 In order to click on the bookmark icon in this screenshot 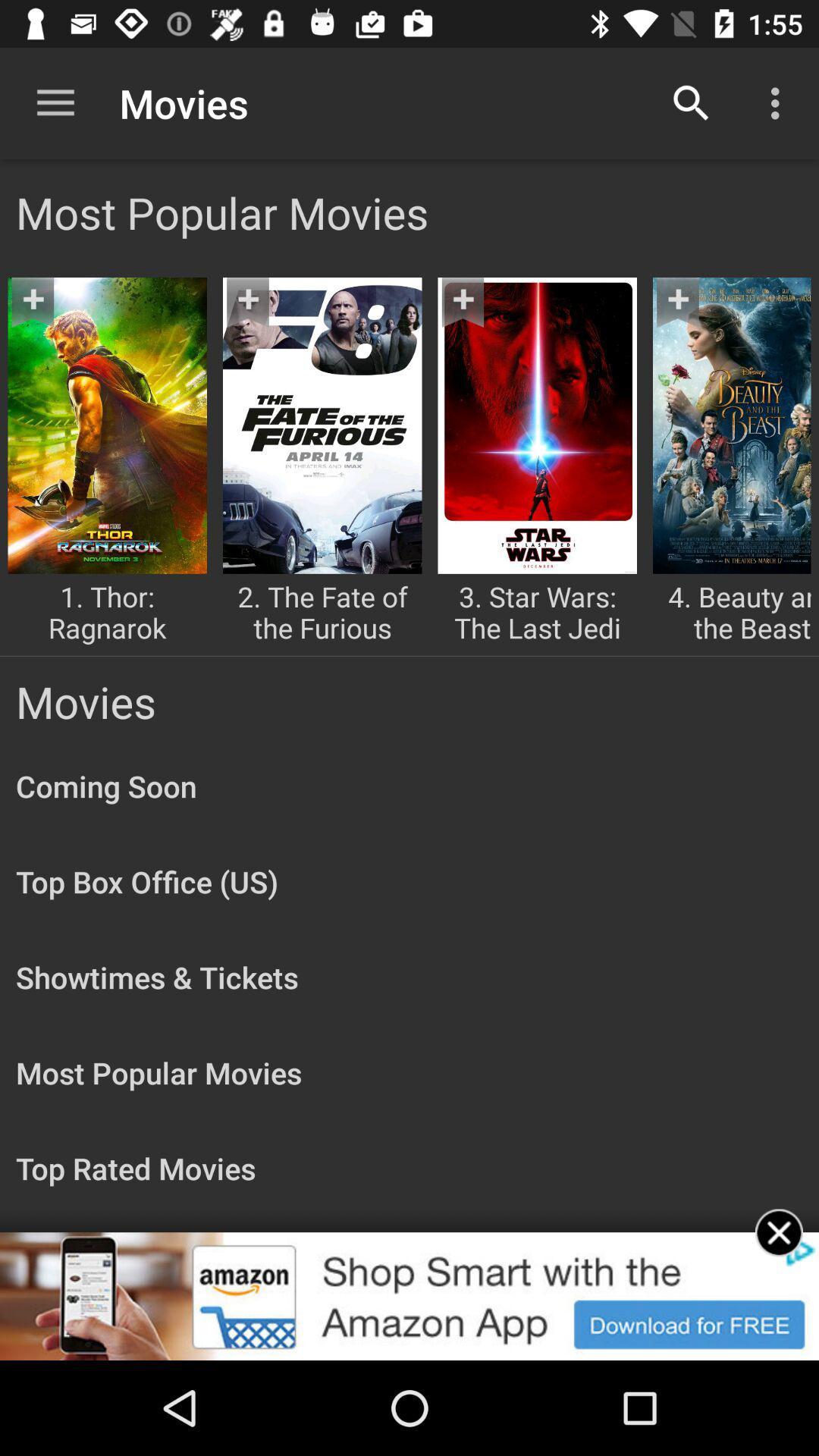, I will do `click(476, 316)`.